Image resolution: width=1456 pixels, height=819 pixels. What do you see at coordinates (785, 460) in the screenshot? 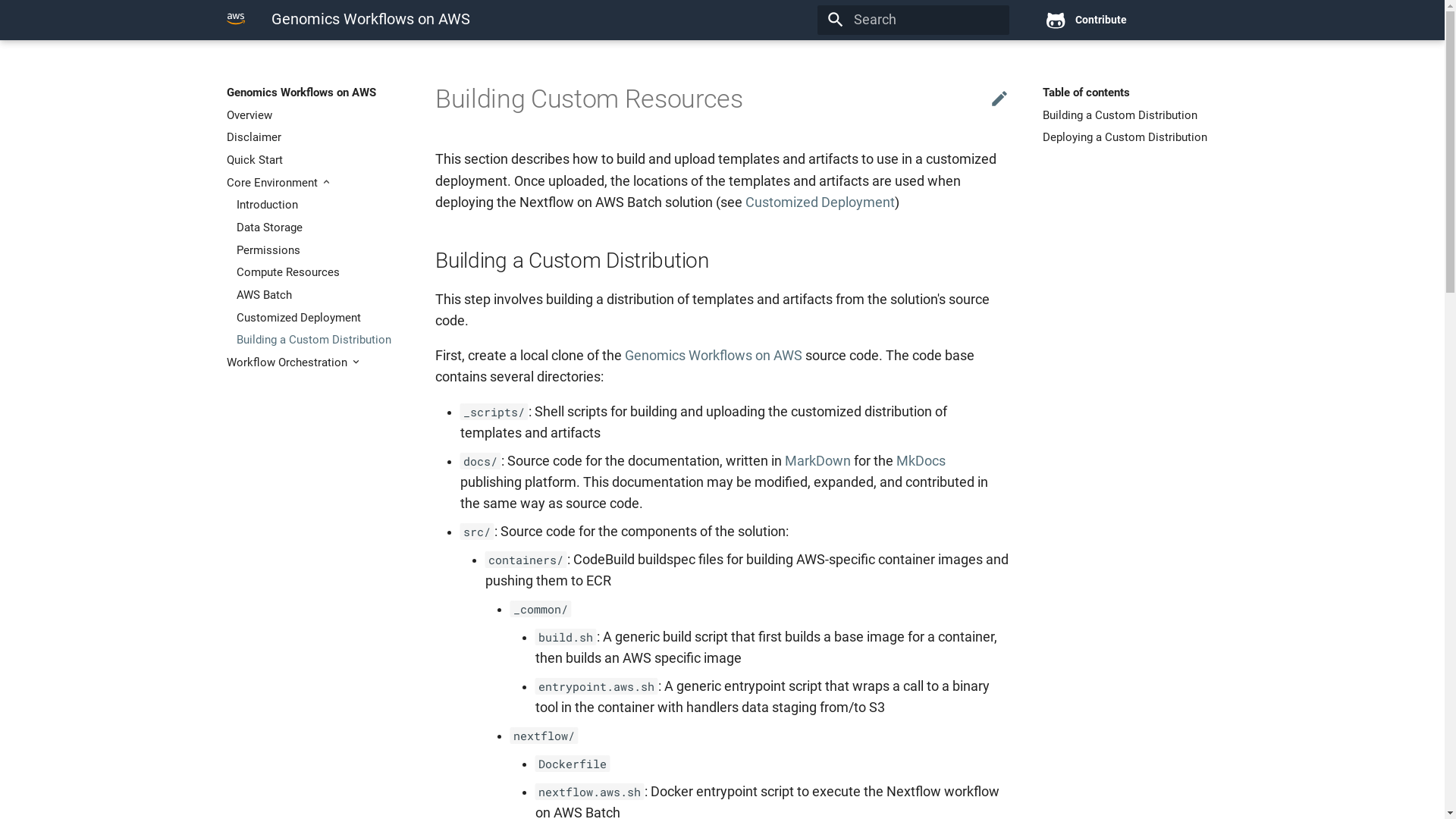
I see `'MarkDown'` at bounding box center [785, 460].